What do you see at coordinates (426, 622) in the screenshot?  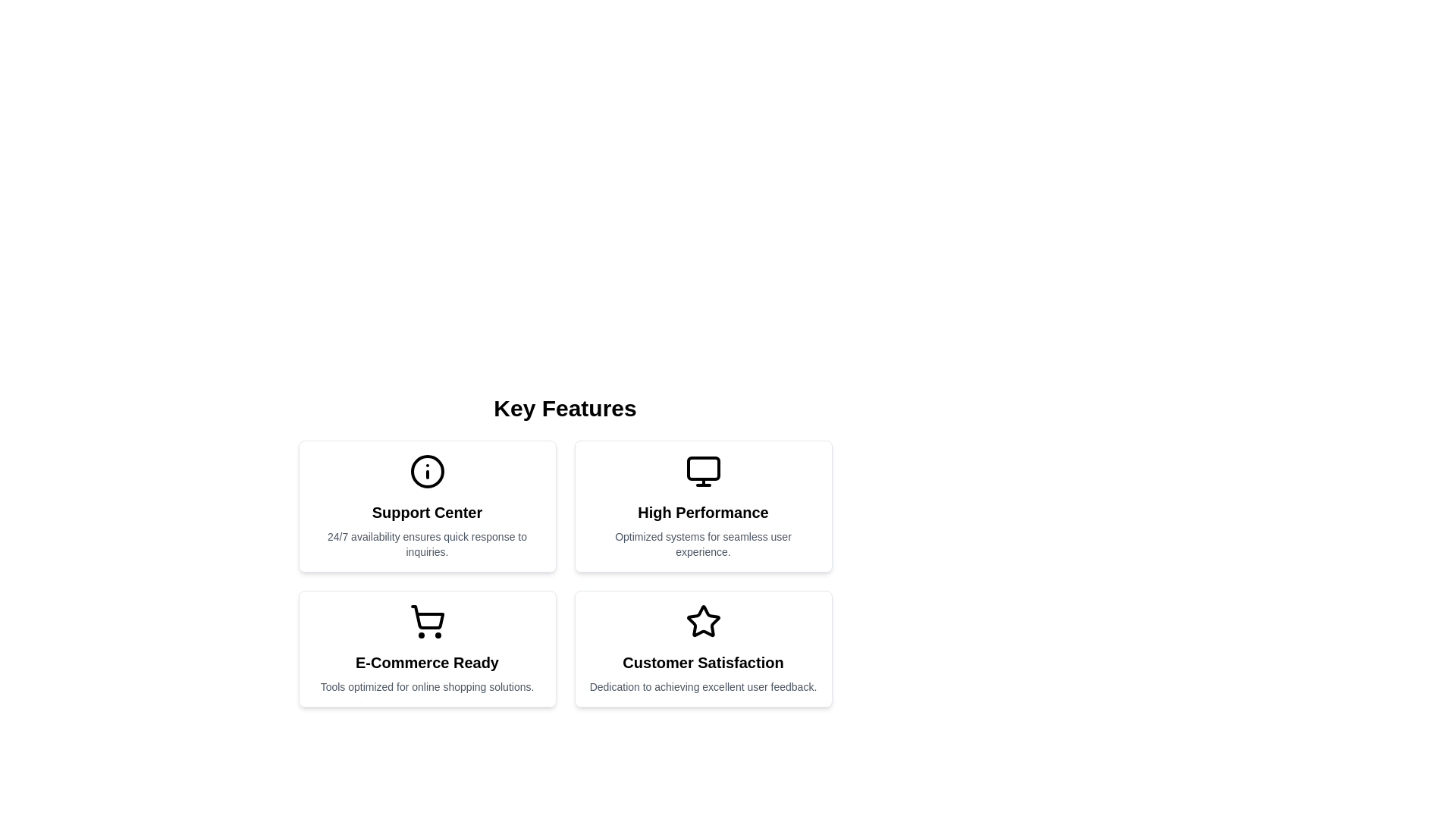 I see `the 'E-Commerce Ready' icon located in the lower left quadrant of the four-item grid under the 'Key Features' section` at bounding box center [426, 622].